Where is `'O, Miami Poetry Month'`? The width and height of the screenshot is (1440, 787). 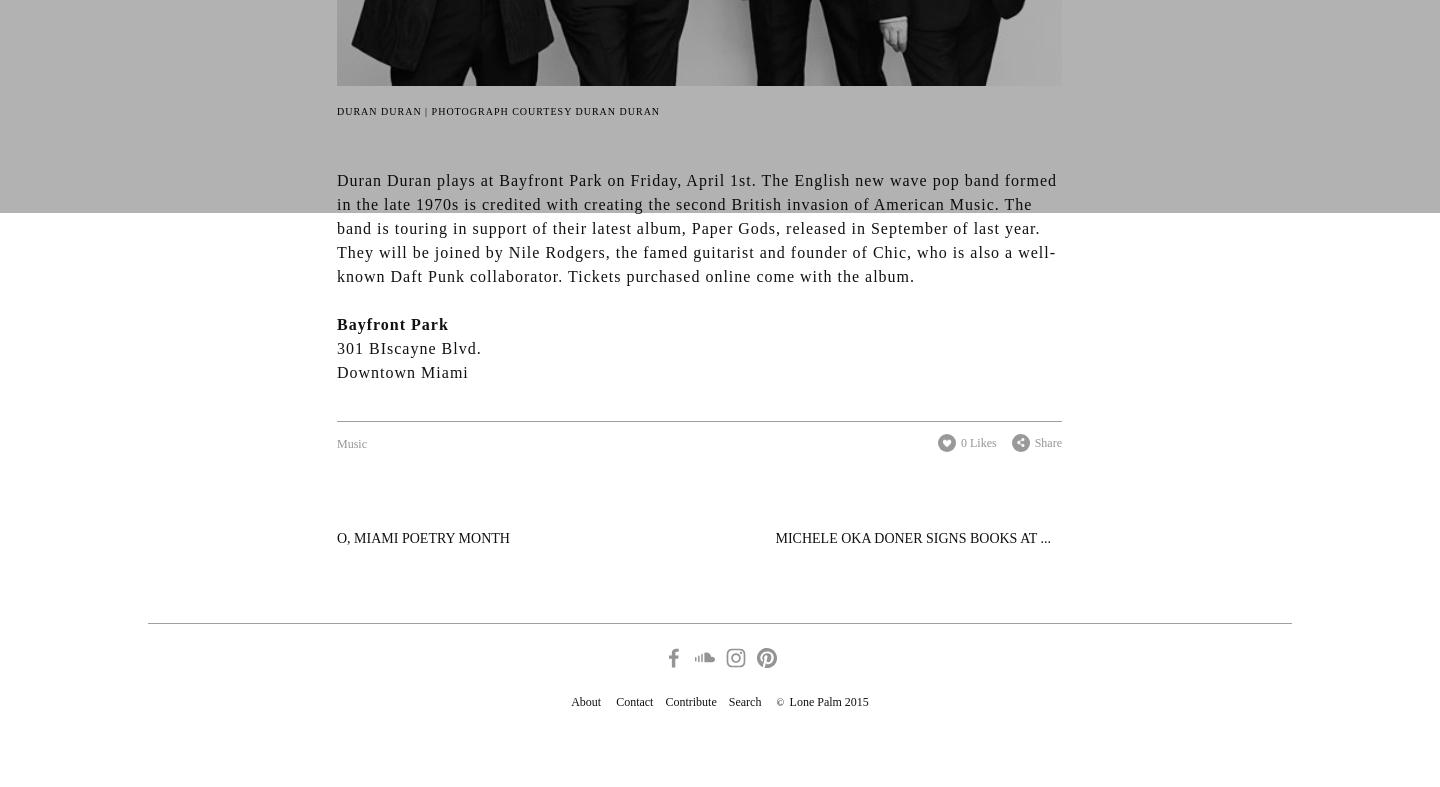 'O, Miami Poetry Month' is located at coordinates (423, 537).